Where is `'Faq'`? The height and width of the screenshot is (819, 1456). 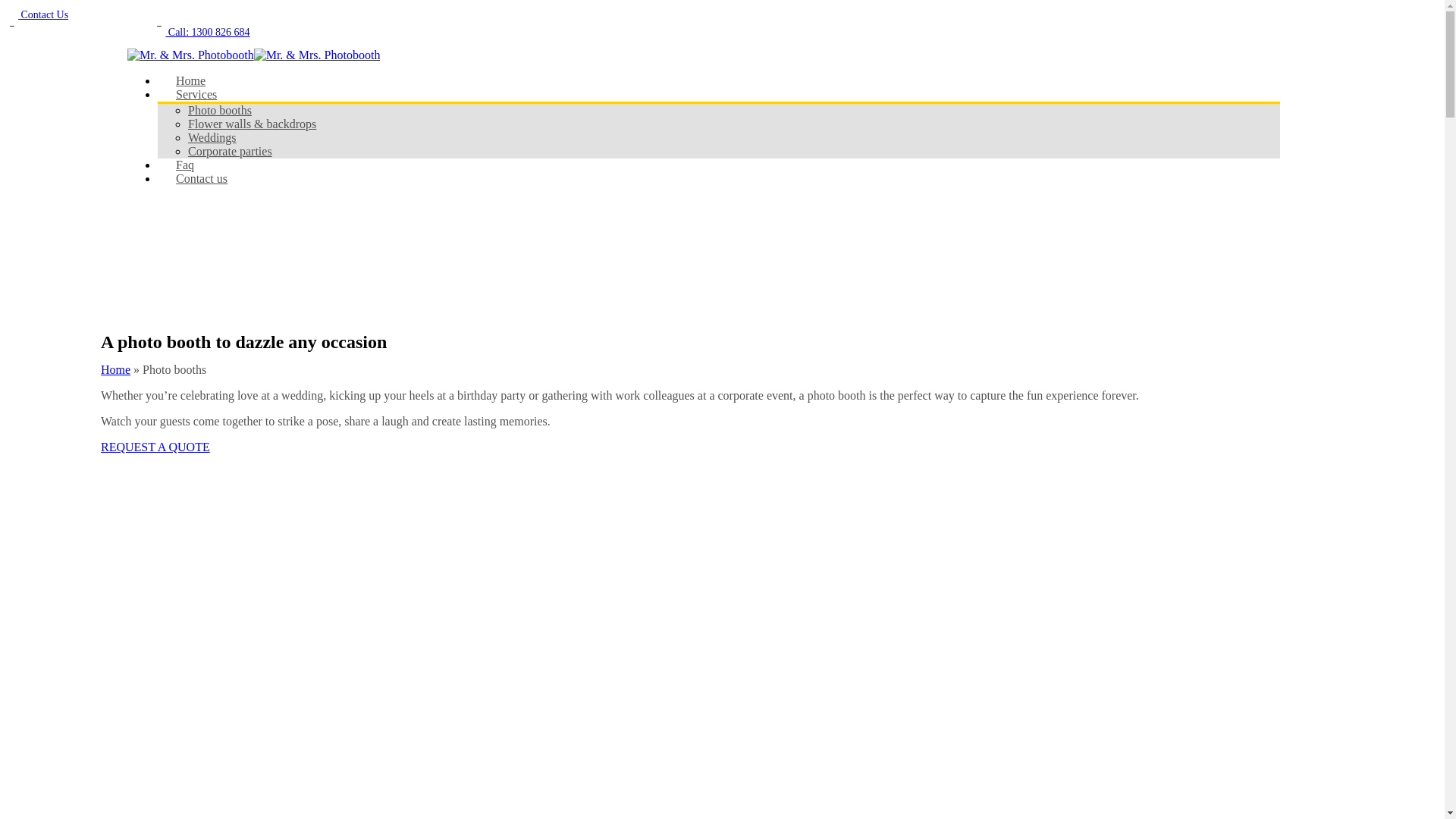
'Faq' is located at coordinates (157, 165).